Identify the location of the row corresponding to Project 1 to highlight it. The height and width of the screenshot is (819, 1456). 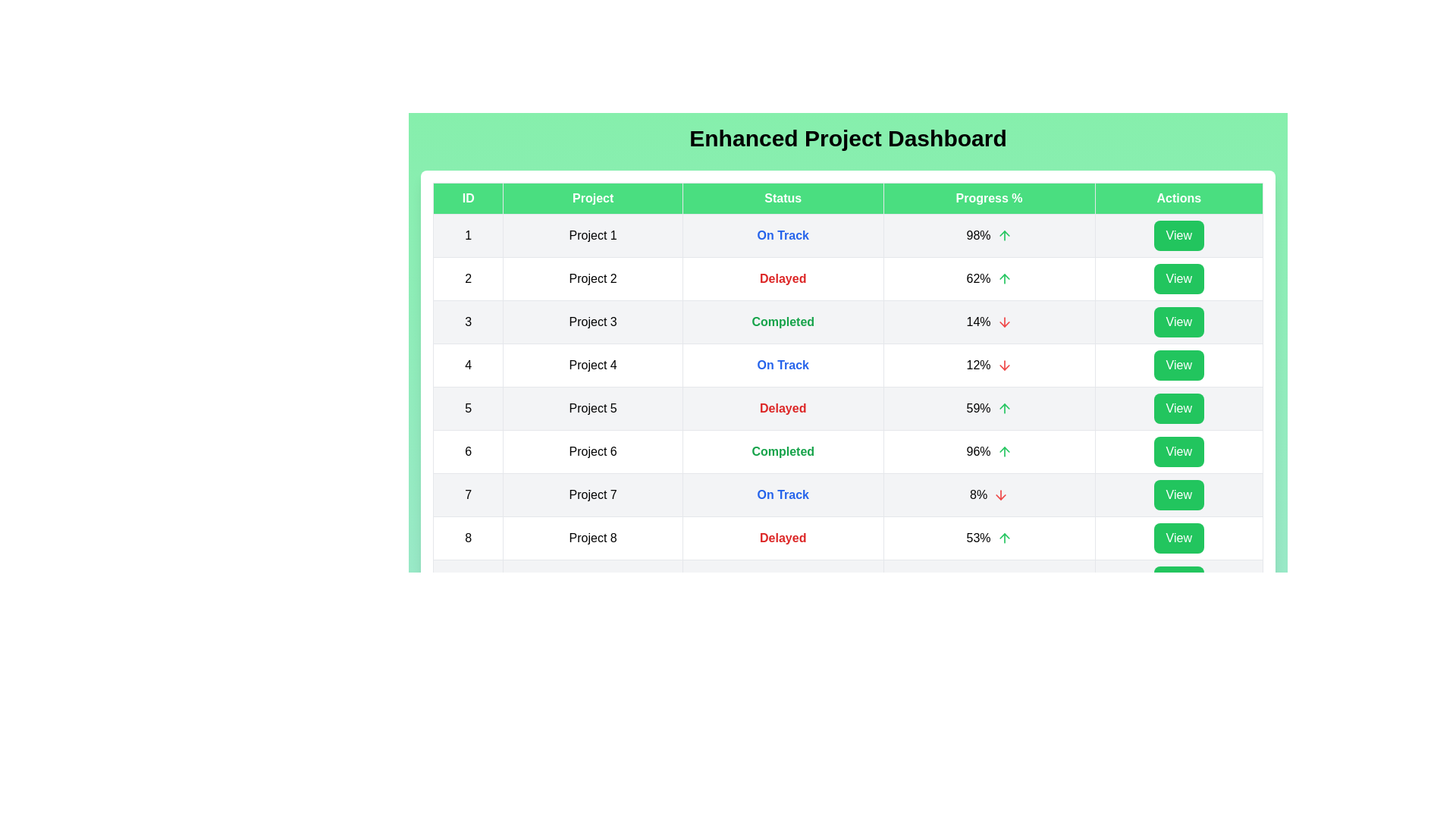
(847, 236).